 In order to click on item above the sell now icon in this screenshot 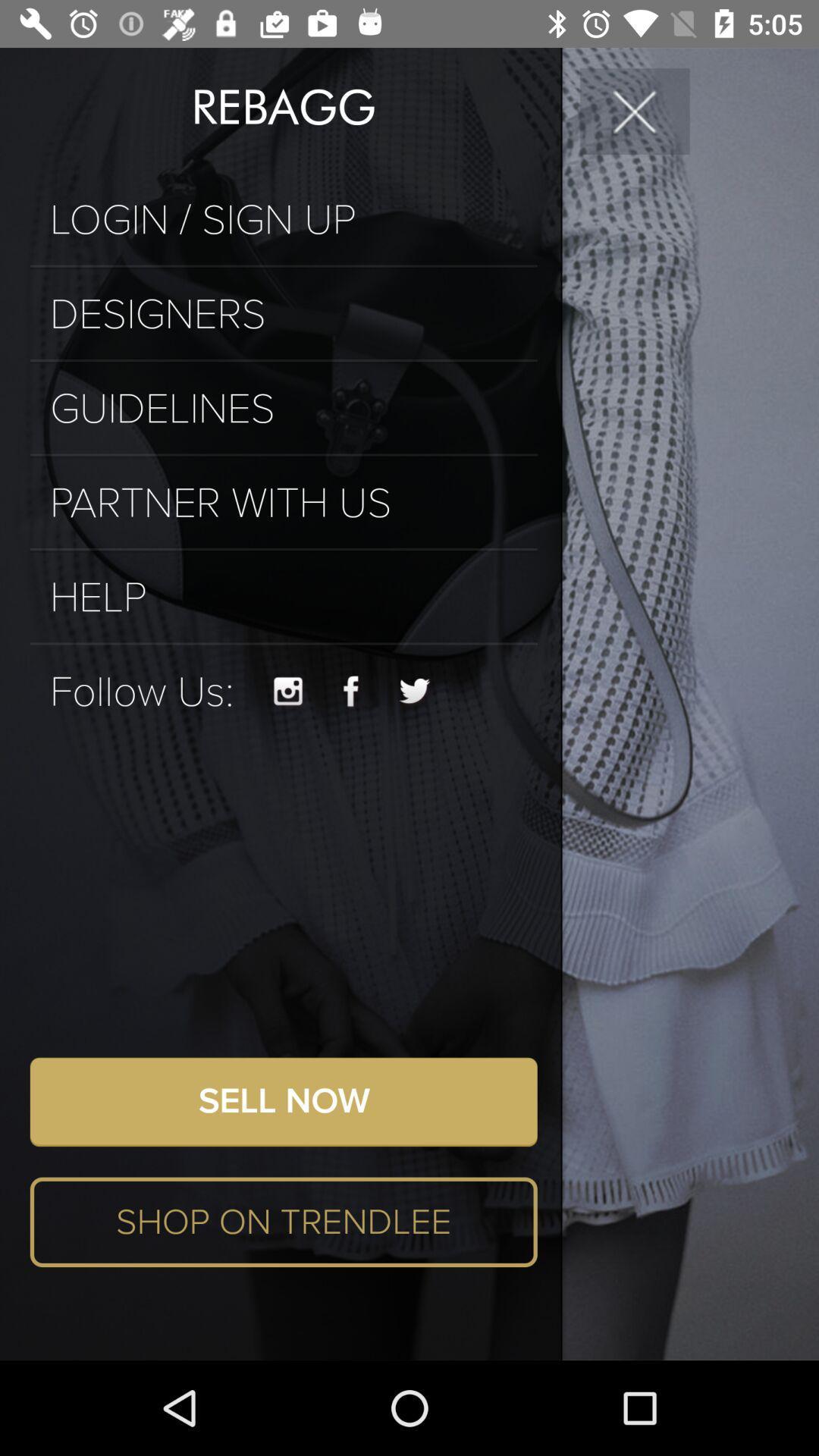, I will do `click(351, 691)`.